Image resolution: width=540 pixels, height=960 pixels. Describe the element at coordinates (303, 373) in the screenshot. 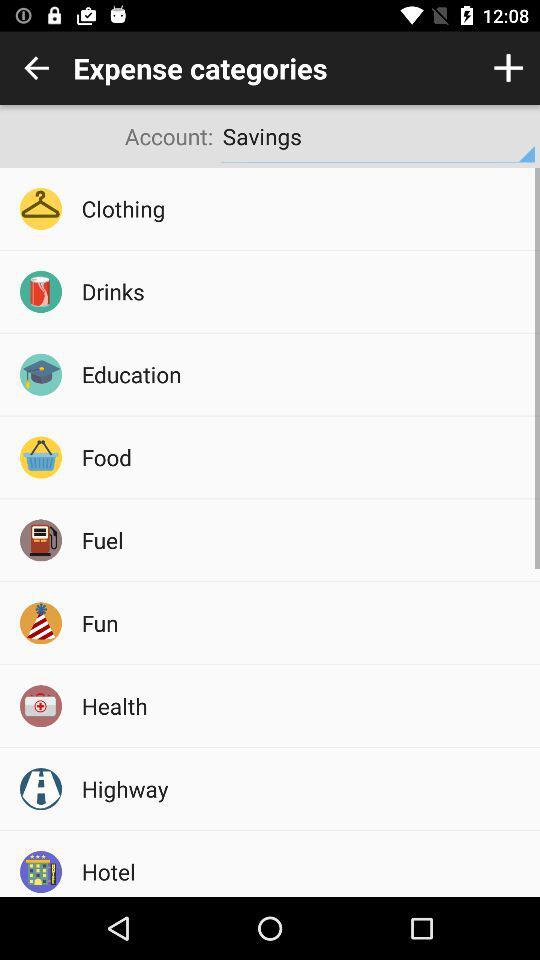

I see `education item` at that location.